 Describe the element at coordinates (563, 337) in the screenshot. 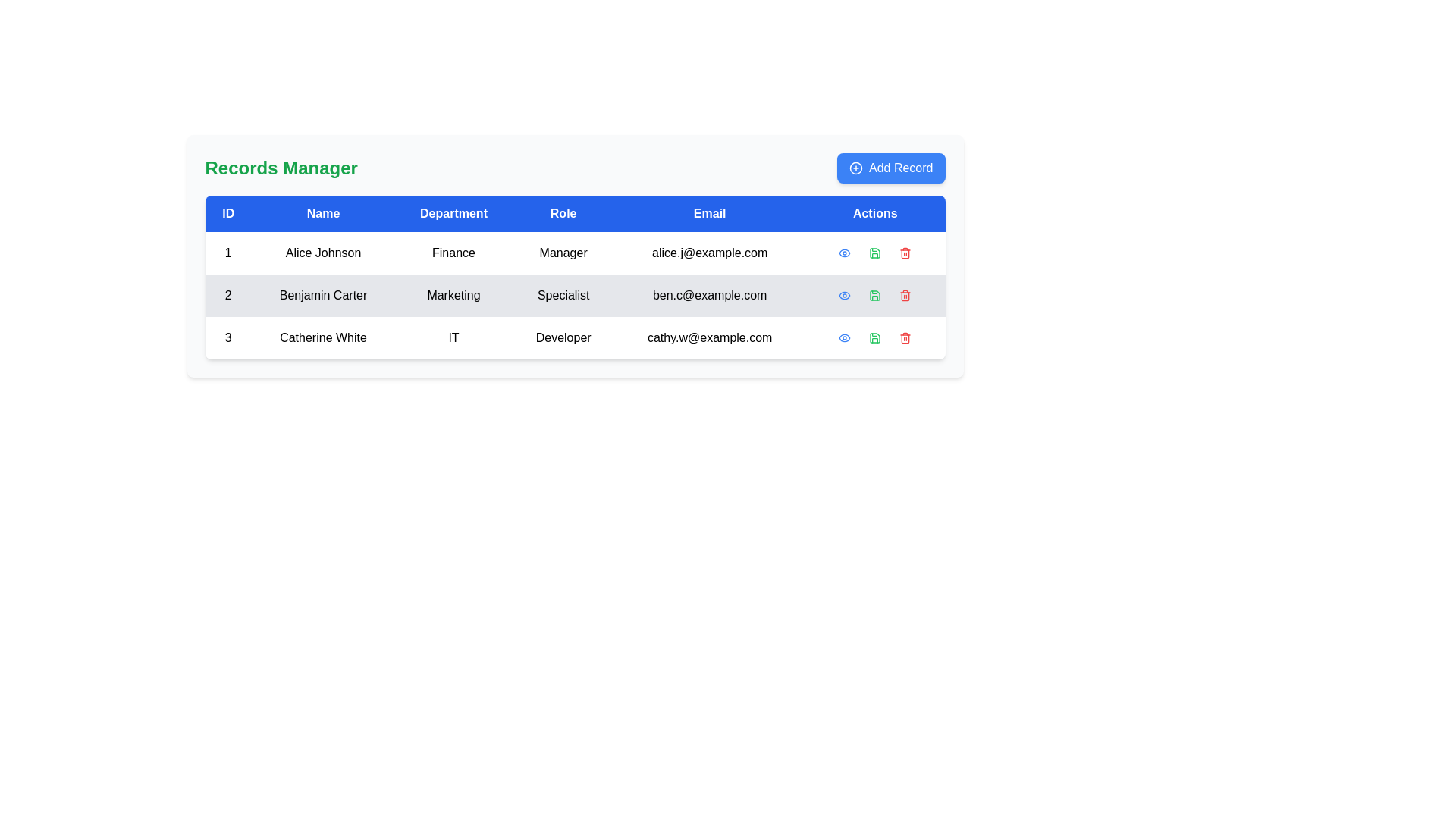

I see `the 'Developer' text element located in the third row of the table under the 'Role' column, which is styled with black text on a white background` at that location.